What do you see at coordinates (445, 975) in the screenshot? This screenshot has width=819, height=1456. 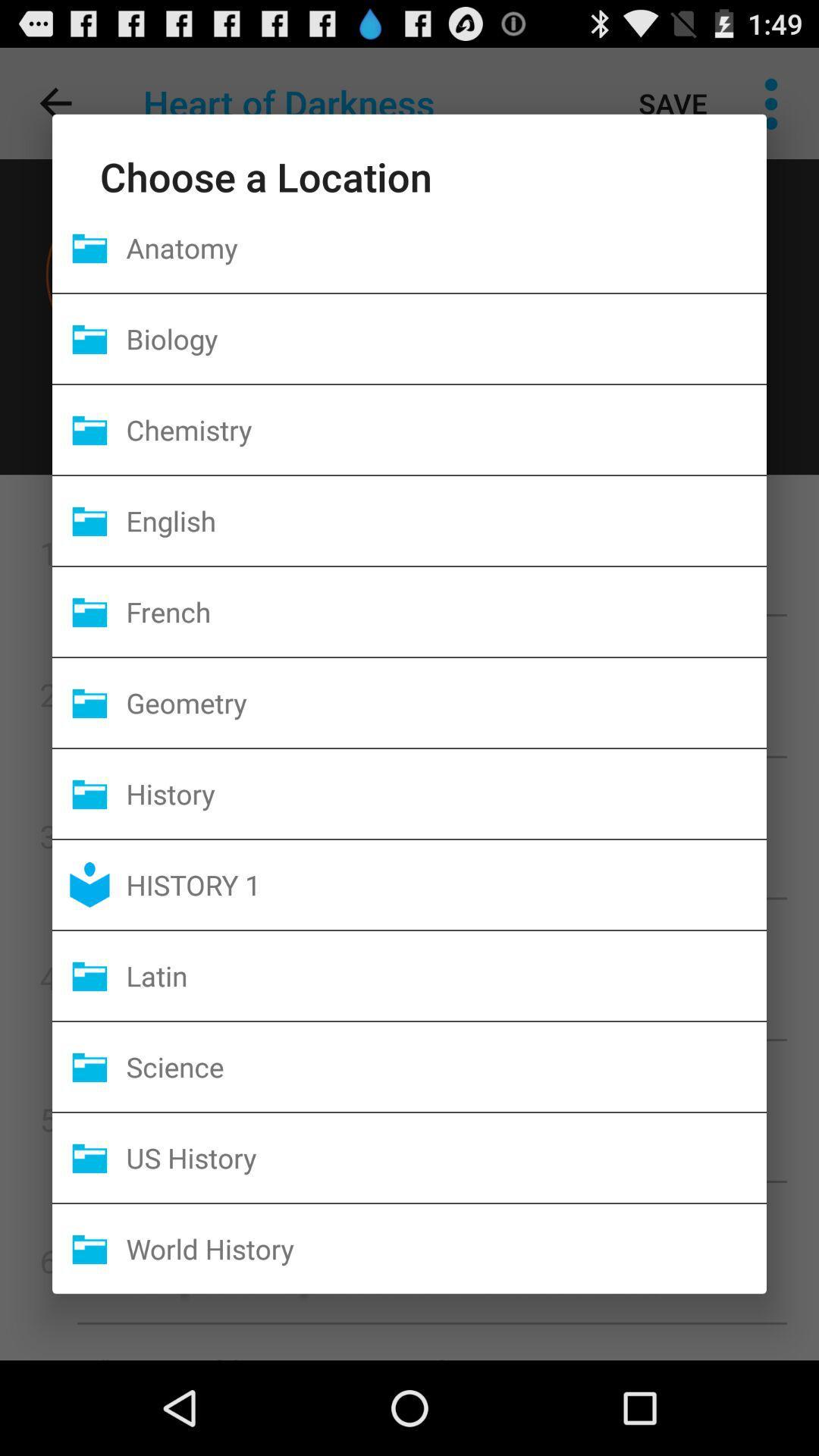 I see `the latin item` at bounding box center [445, 975].